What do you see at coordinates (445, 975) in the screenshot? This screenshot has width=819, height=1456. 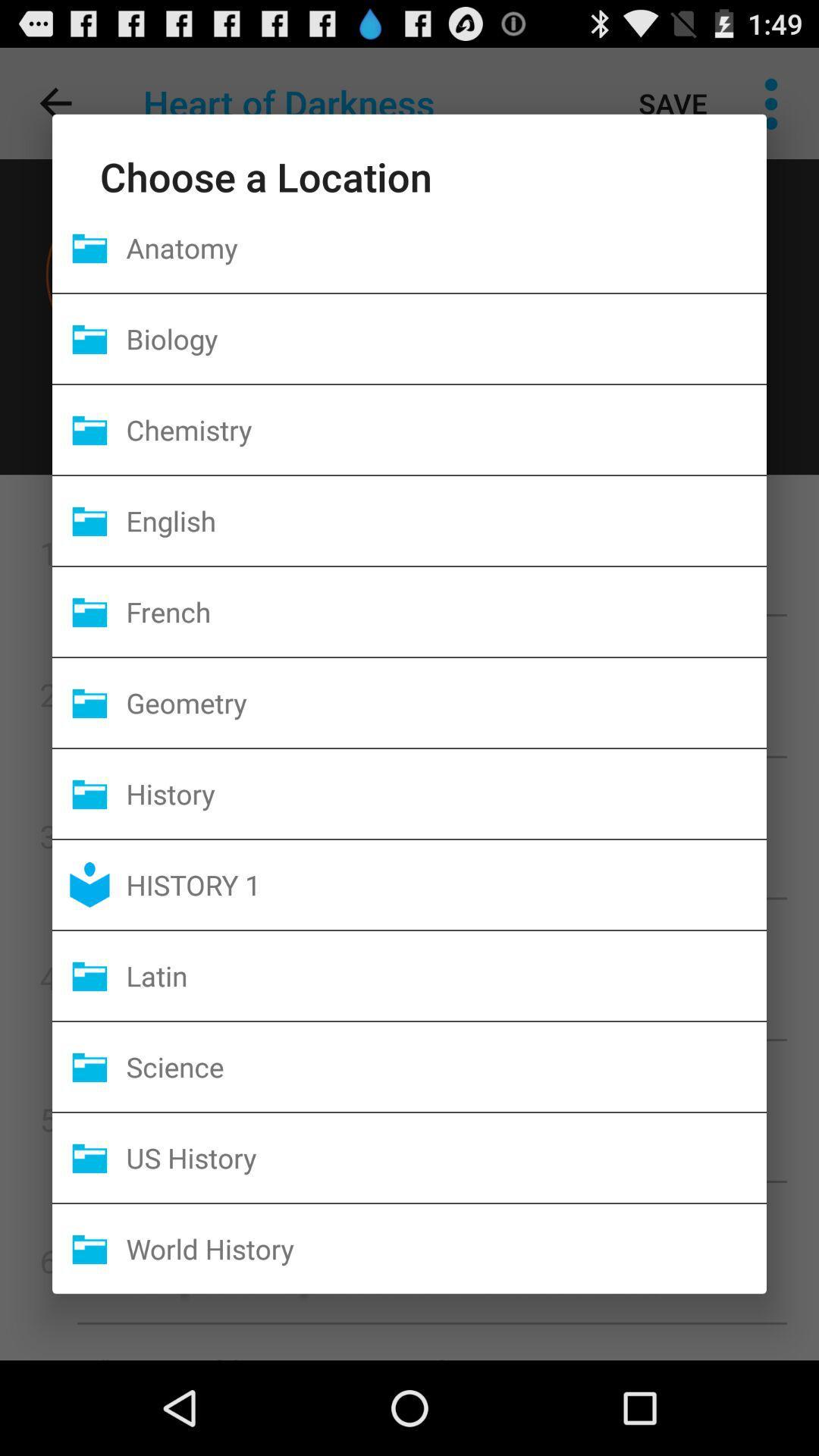 I see `the latin item` at bounding box center [445, 975].